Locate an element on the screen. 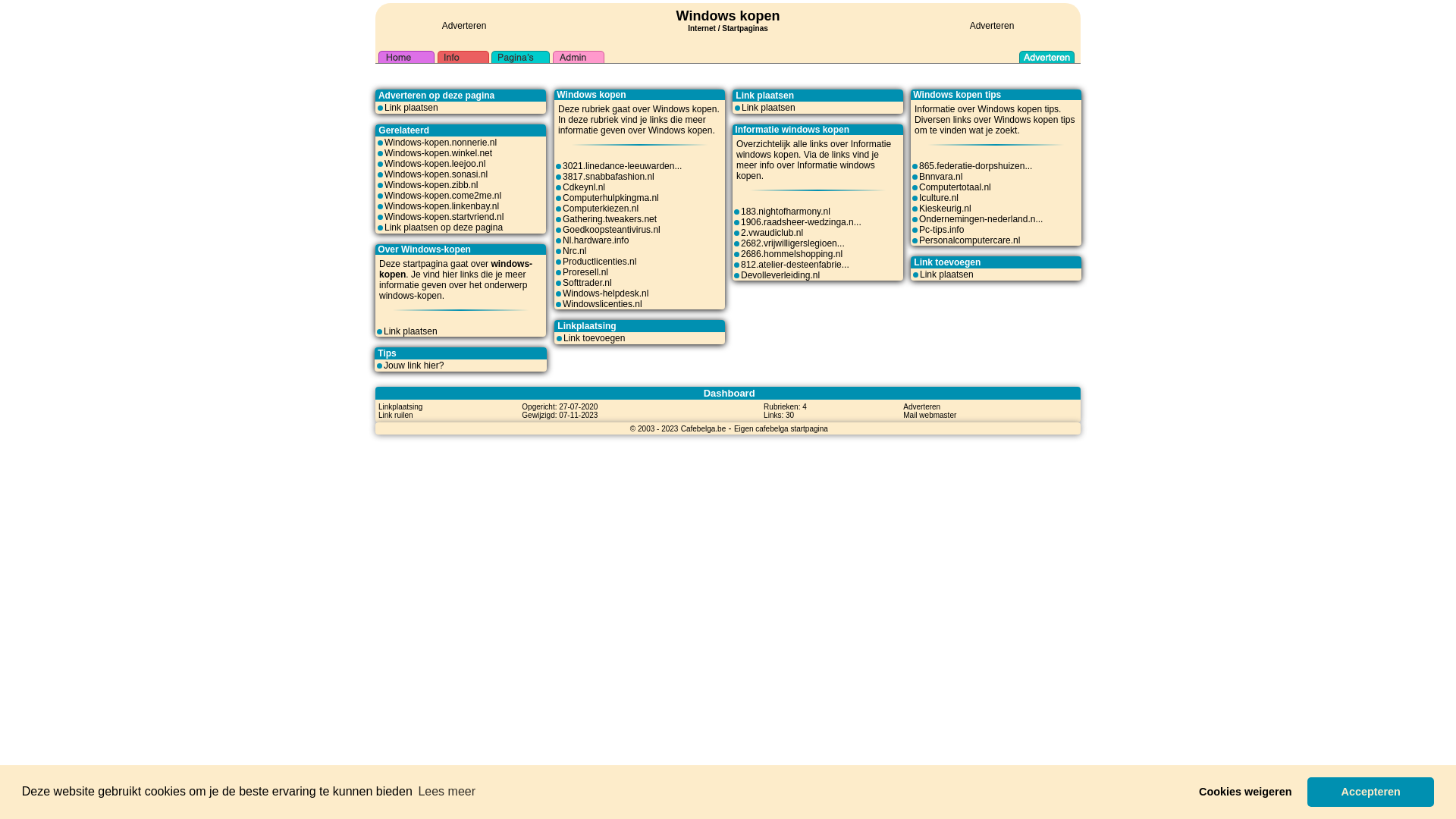 The width and height of the screenshot is (1456, 819). 'Windows-kopen.sonasi.nl' is located at coordinates (384, 174).